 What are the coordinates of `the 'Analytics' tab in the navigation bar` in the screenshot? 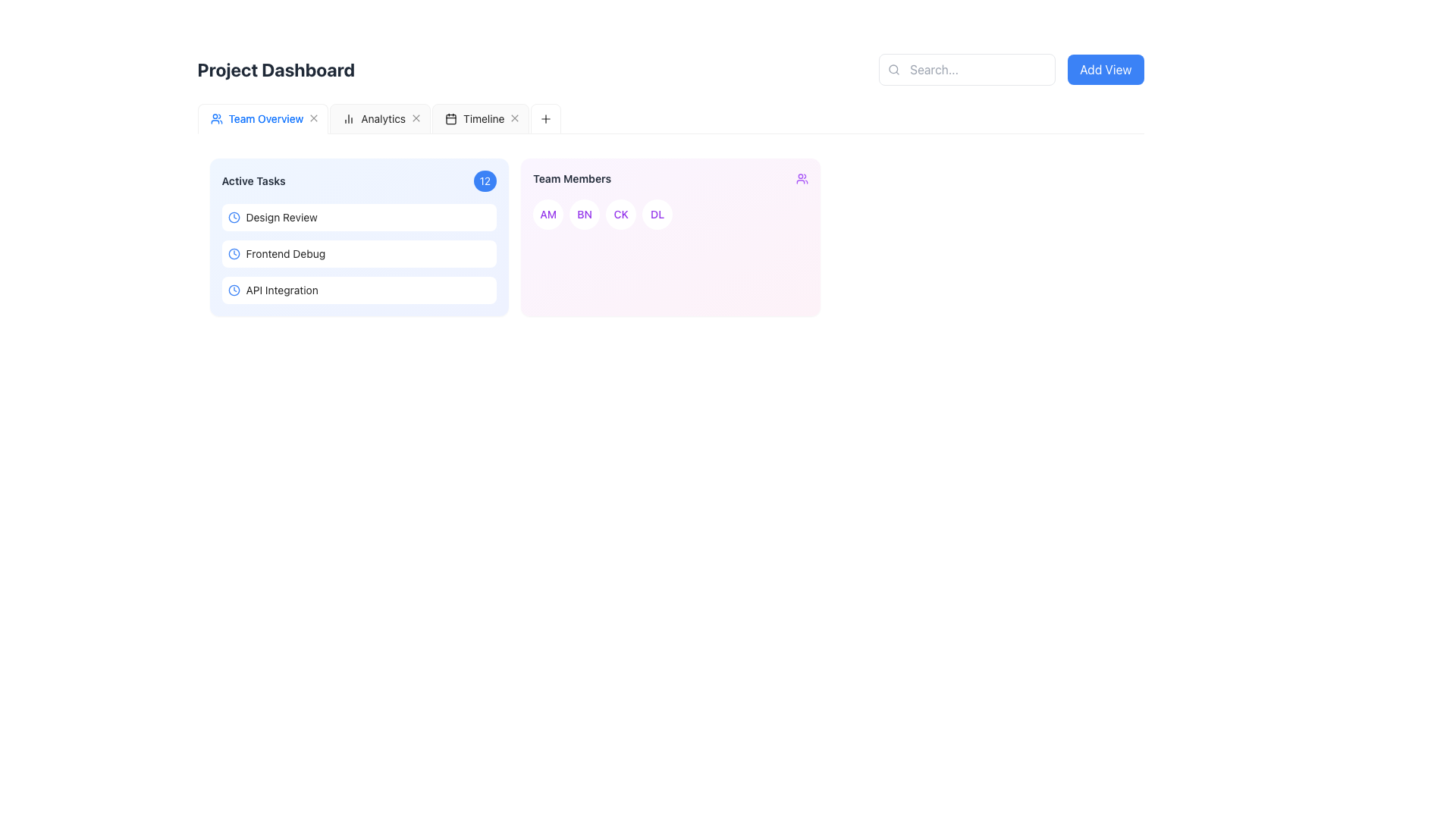 It's located at (374, 118).